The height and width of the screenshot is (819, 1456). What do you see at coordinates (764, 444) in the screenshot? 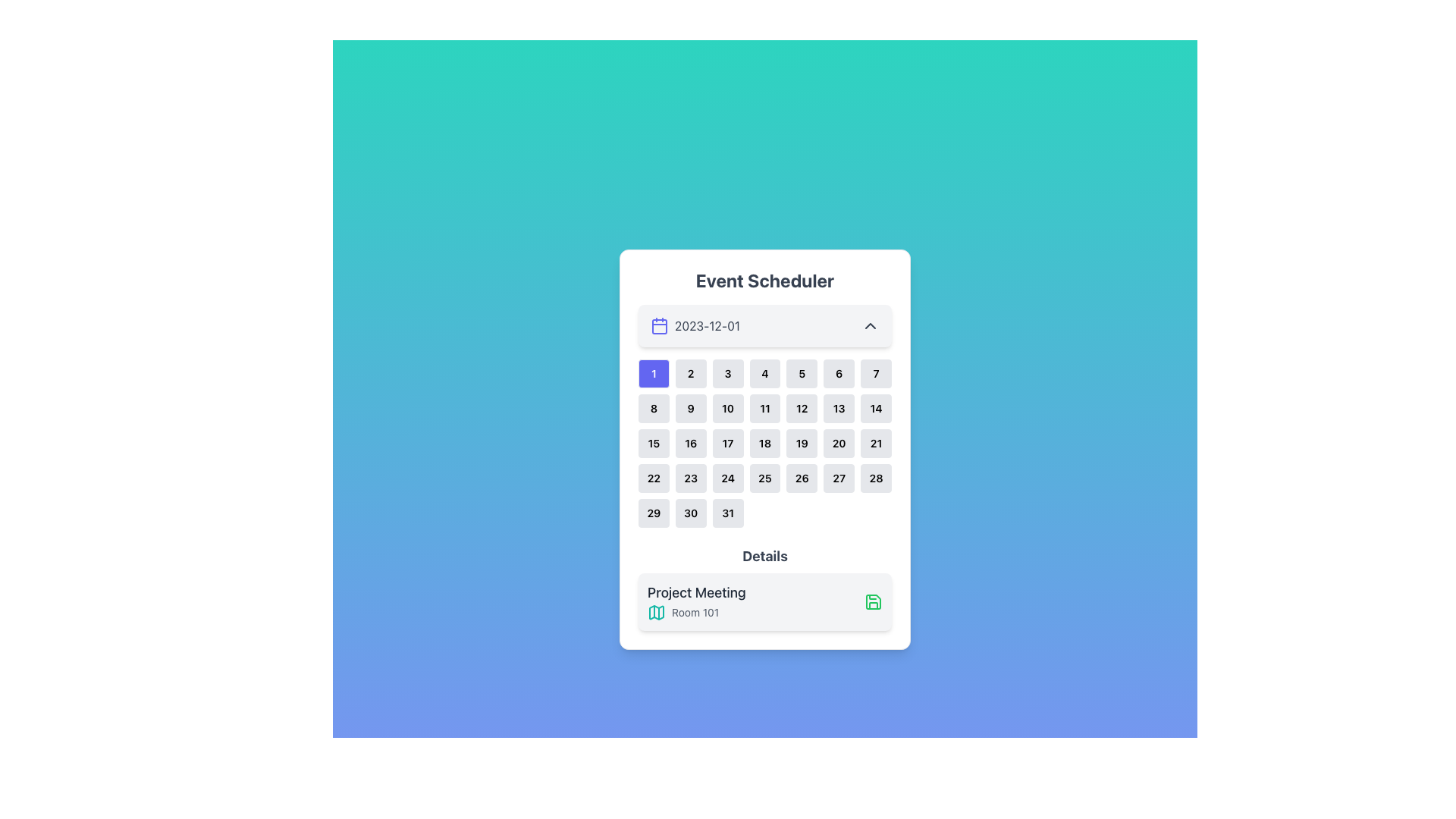
I see `the calendar day selection button labeled '18'` at bounding box center [764, 444].